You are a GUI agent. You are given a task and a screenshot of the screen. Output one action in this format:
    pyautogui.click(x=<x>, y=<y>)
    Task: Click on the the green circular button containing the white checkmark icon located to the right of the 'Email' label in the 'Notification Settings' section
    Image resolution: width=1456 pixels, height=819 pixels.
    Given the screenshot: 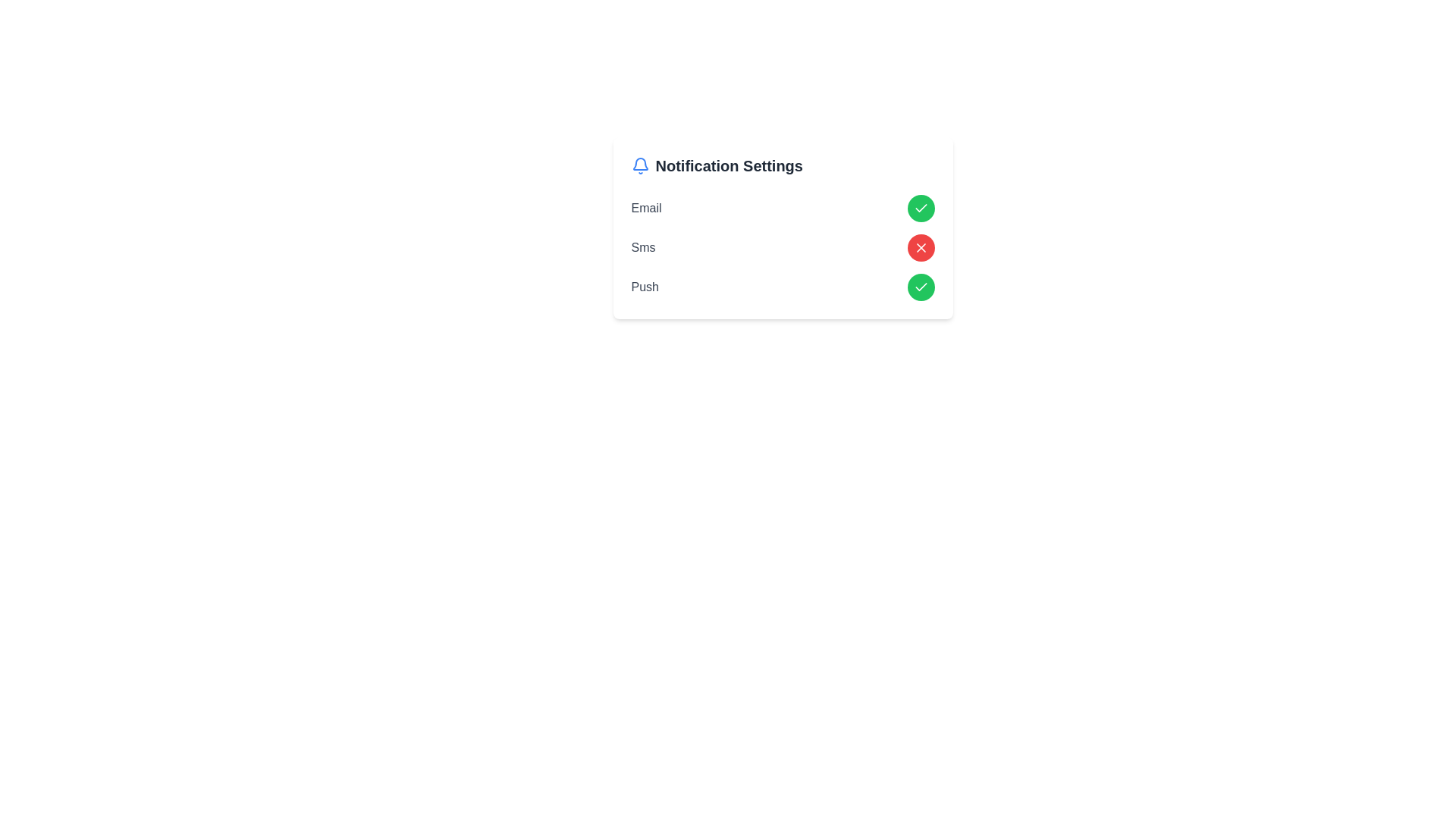 What is the action you would take?
    pyautogui.click(x=920, y=208)
    